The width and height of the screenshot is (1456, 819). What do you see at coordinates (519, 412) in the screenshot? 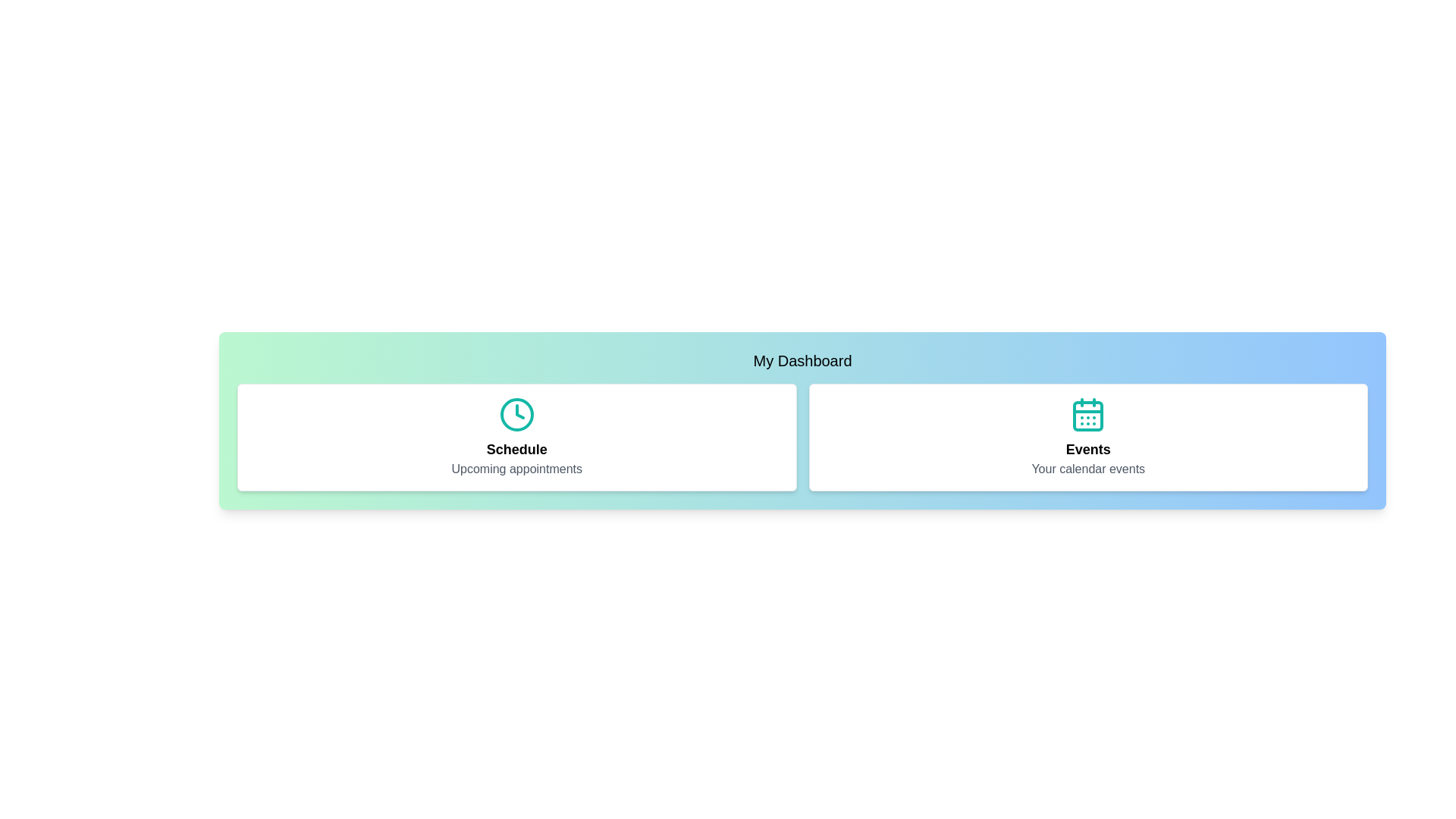
I see `the clock hand element of the SVG clock icon located in the left section of the 'Schedule' interface` at bounding box center [519, 412].